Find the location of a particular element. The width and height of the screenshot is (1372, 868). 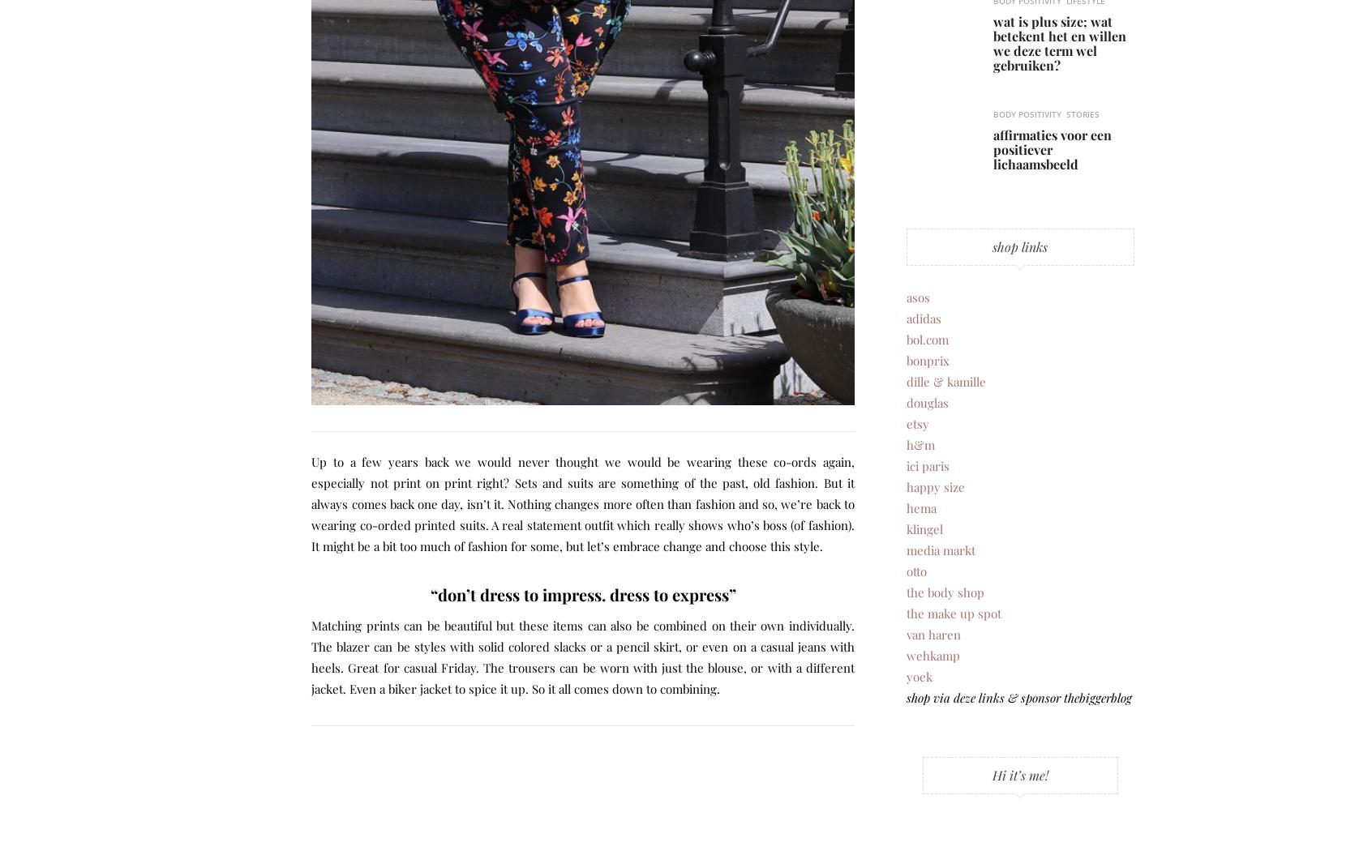

'douglas' is located at coordinates (925, 400).